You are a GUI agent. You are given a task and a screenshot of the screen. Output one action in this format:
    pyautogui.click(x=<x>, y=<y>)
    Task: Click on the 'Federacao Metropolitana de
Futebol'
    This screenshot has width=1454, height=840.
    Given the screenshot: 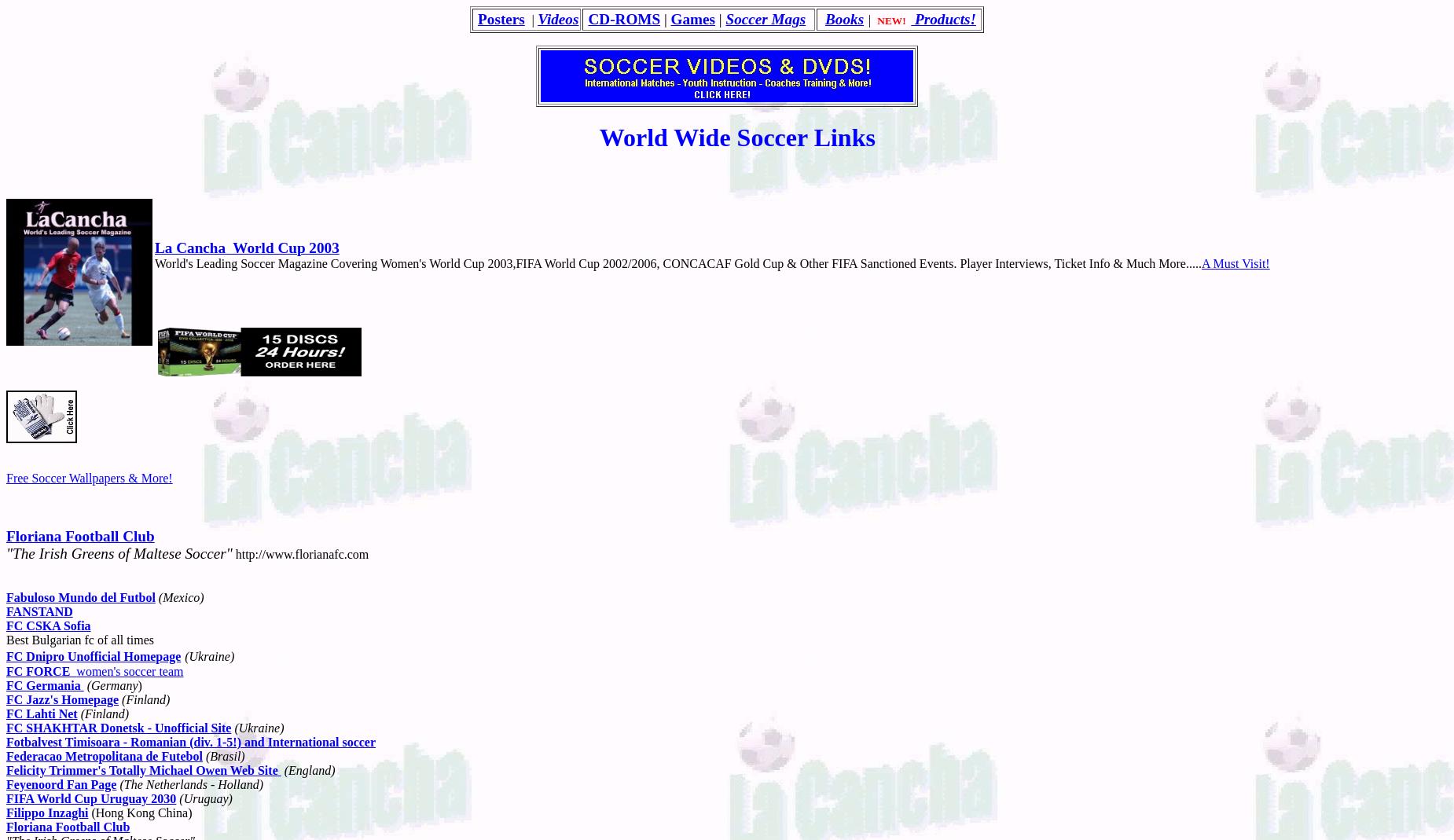 What is the action you would take?
    pyautogui.click(x=103, y=754)
    